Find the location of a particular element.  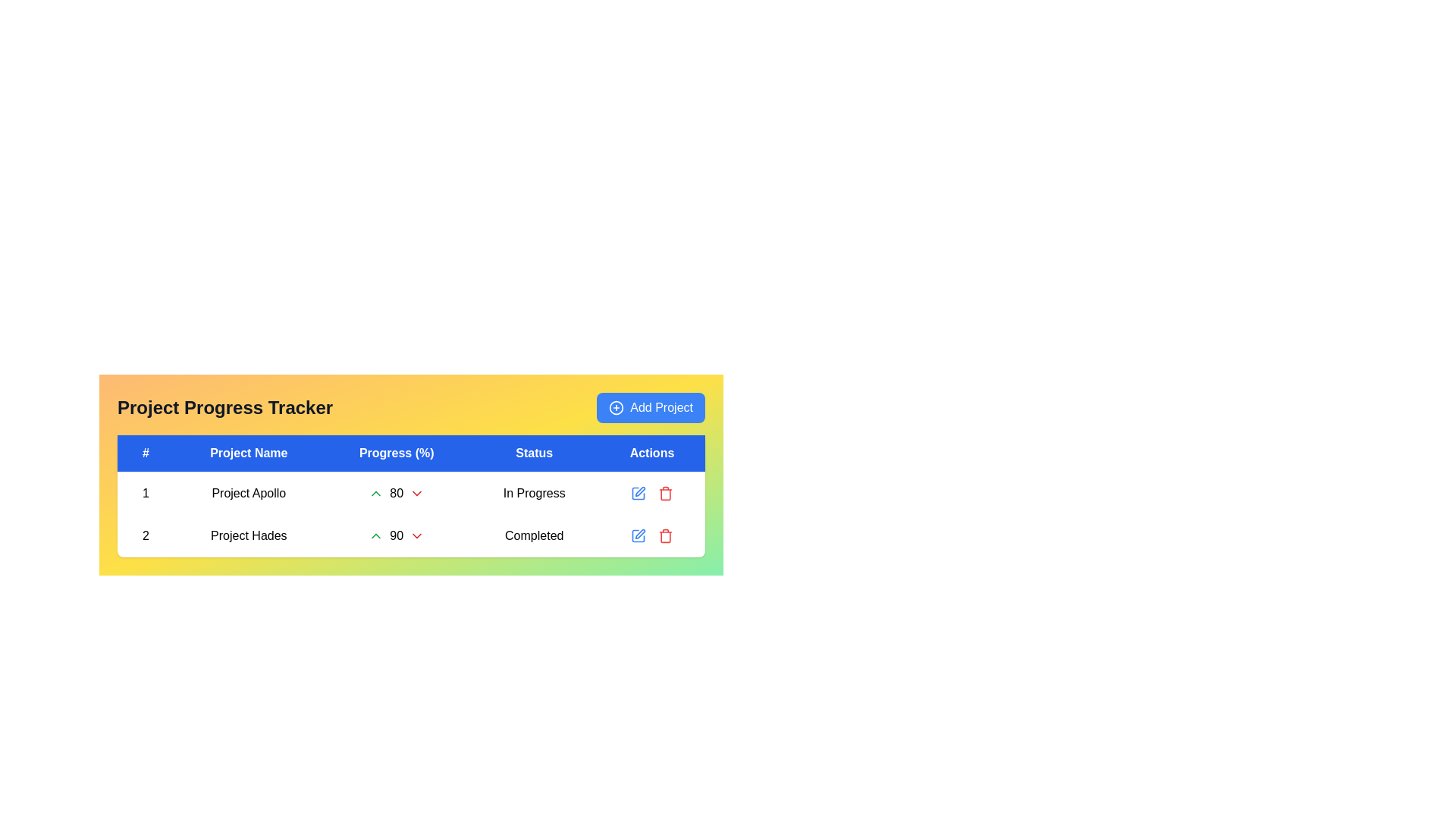

the cell displaying the number '2' in bold black text, located under the '#' column is located at coordinates (146, 535).